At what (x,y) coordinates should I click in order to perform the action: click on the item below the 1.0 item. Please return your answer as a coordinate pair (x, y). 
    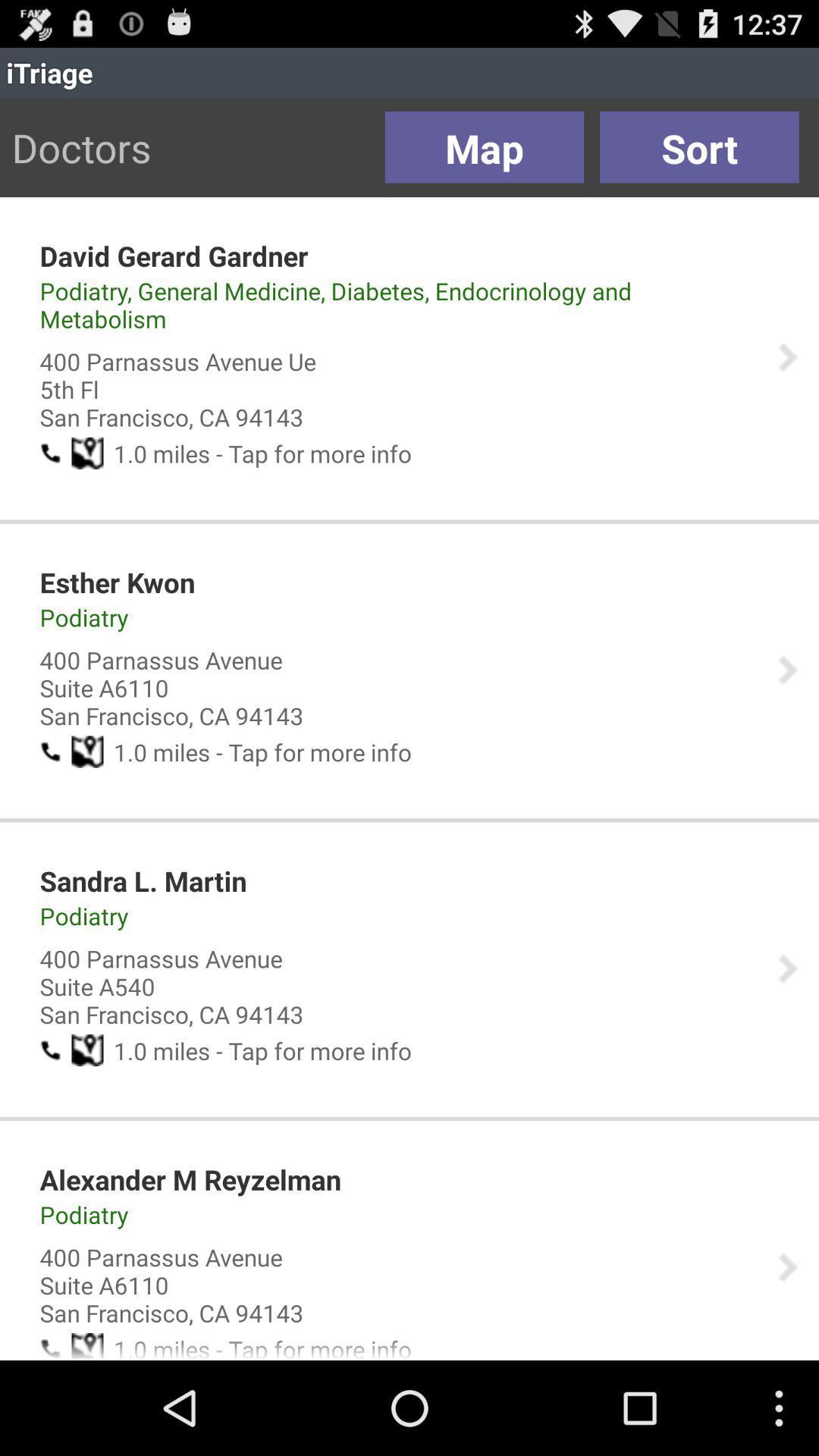
    Looking at the image, I should click on (116, 582).